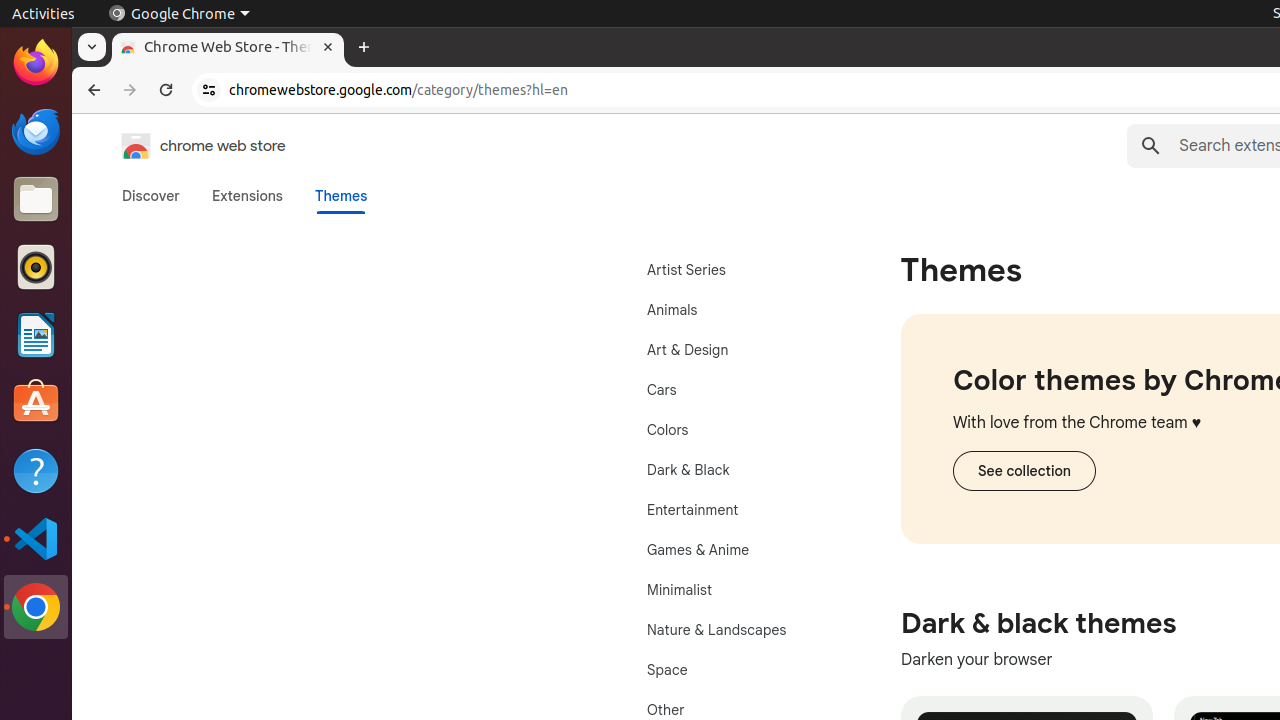 Image resolution: width=1280 pixels, height=720 pixels. What do you see at coordinates (90, 90) in the screenshot?
I see `'Back'` at bounding box center [90, 90].